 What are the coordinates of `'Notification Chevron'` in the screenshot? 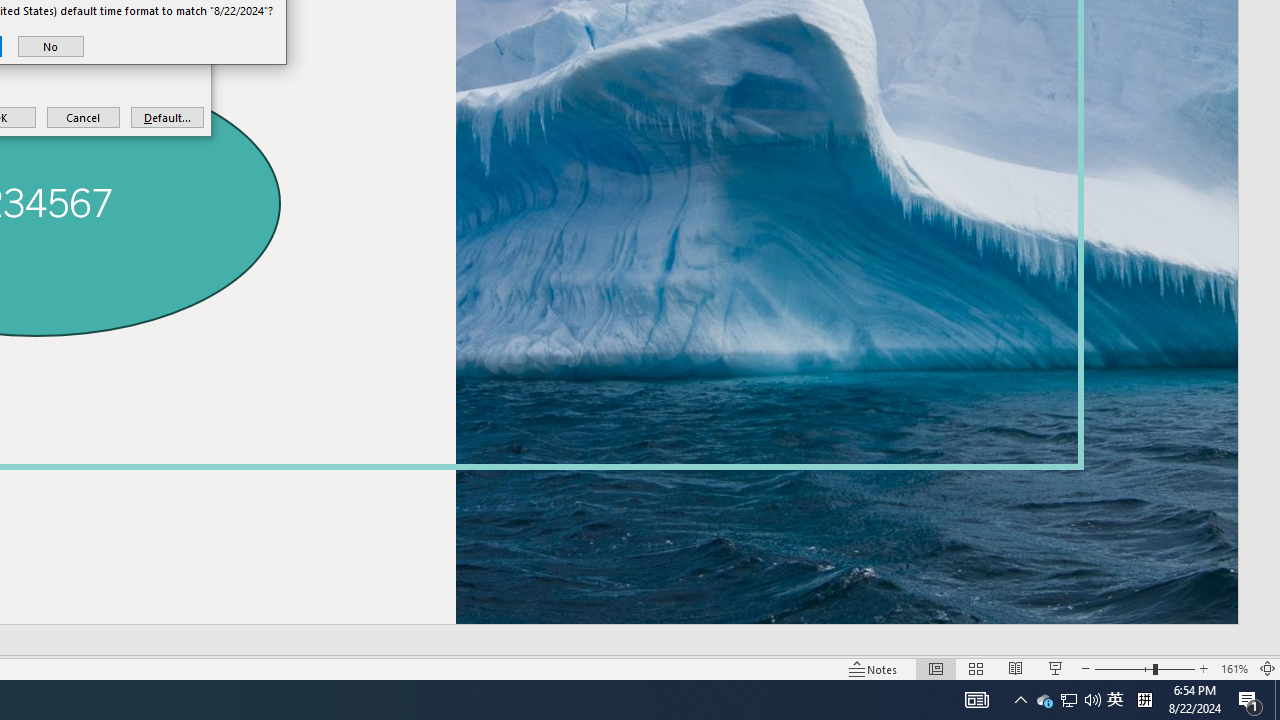 It's located at (1067, 698).